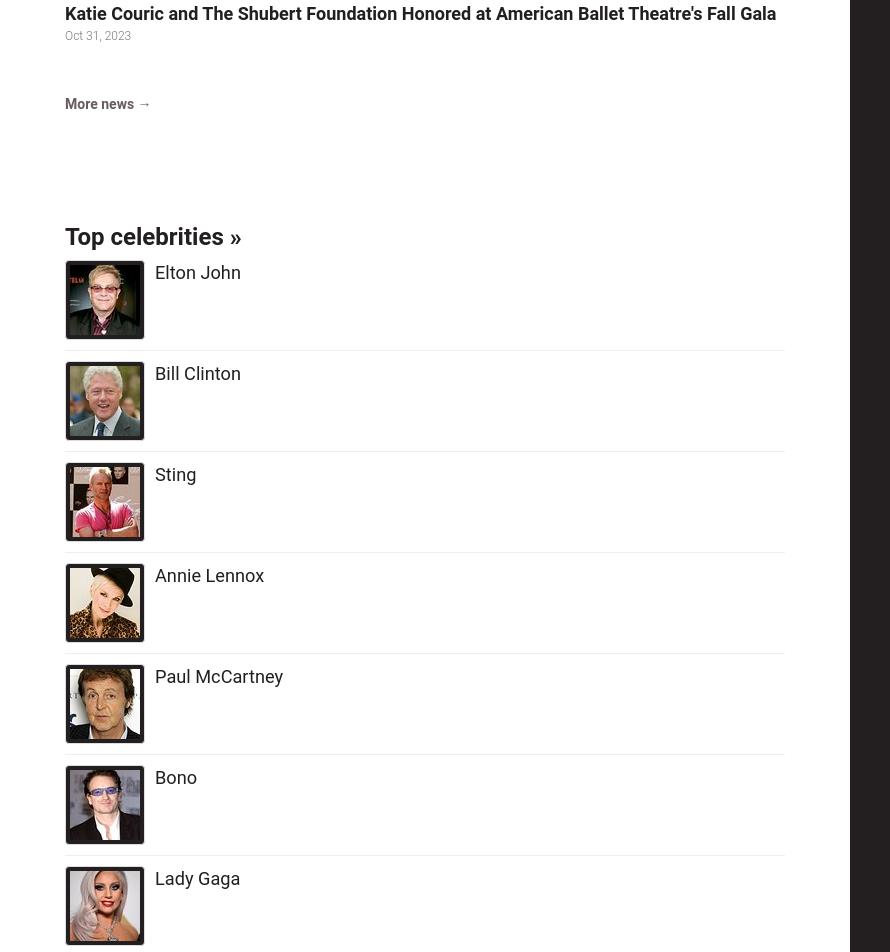 This screenshot has width=890, height=952. I want to click on 'Paul McCartney', so click(219, 676).